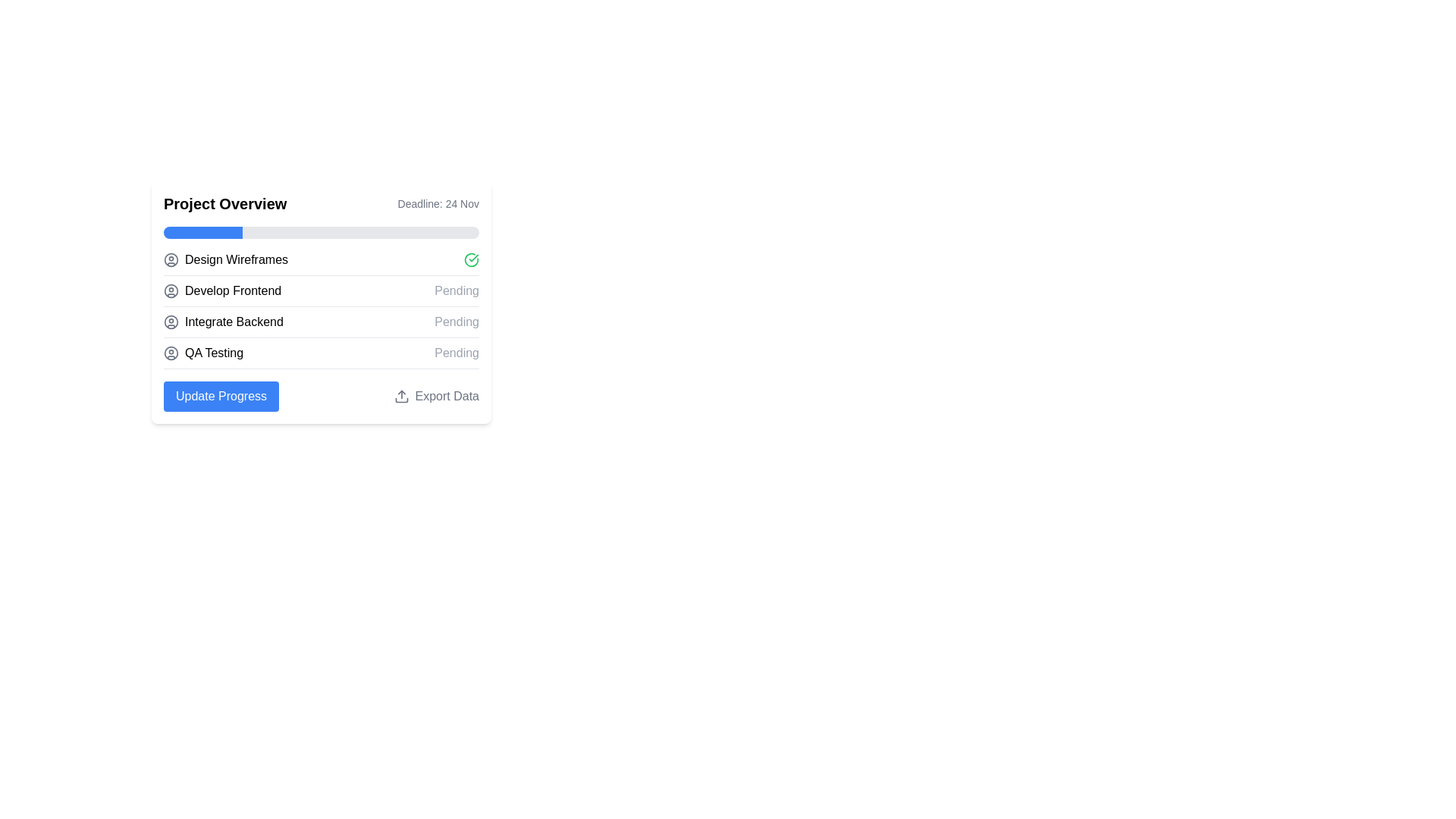 The image size is (1456, 819). Describe the element at coordinates (202, 353) in the screenshot. I see `the 'QA Testing' text label with icon, which is the fourth item in the 'Project Overview' section, located towards the lower middle of the section` at that location.